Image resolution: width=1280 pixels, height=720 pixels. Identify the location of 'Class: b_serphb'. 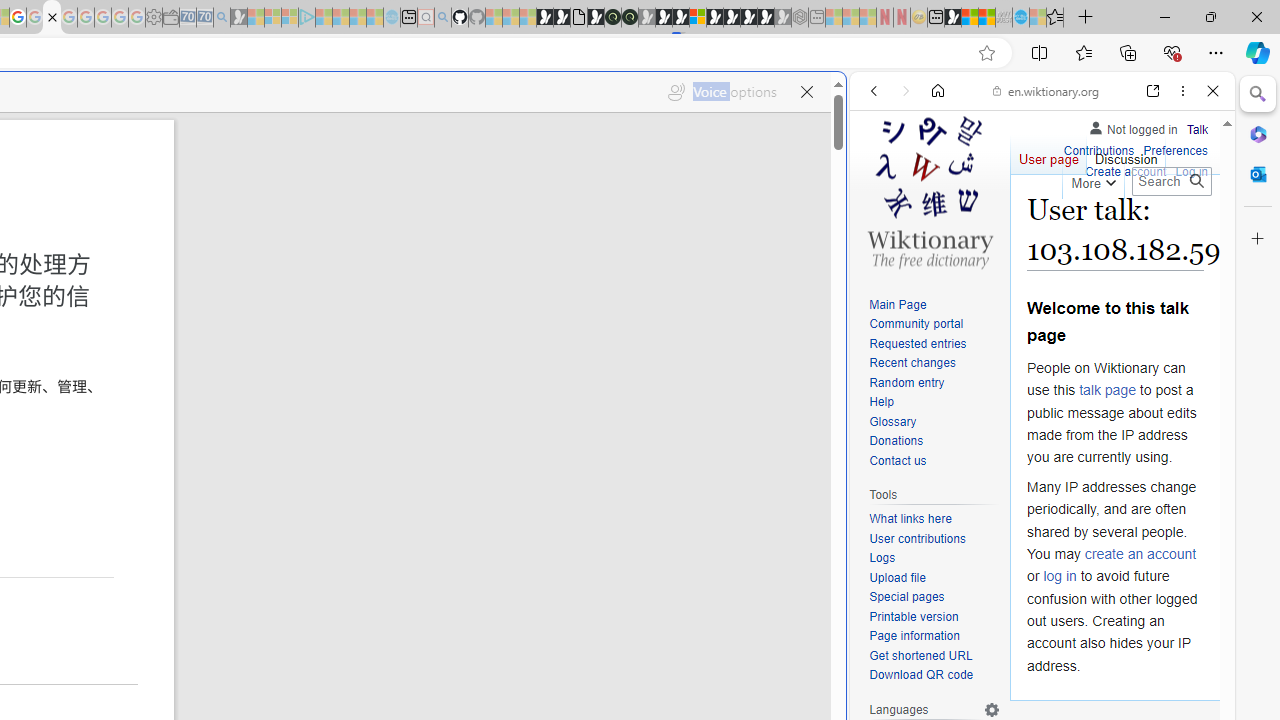
(1190, 229).